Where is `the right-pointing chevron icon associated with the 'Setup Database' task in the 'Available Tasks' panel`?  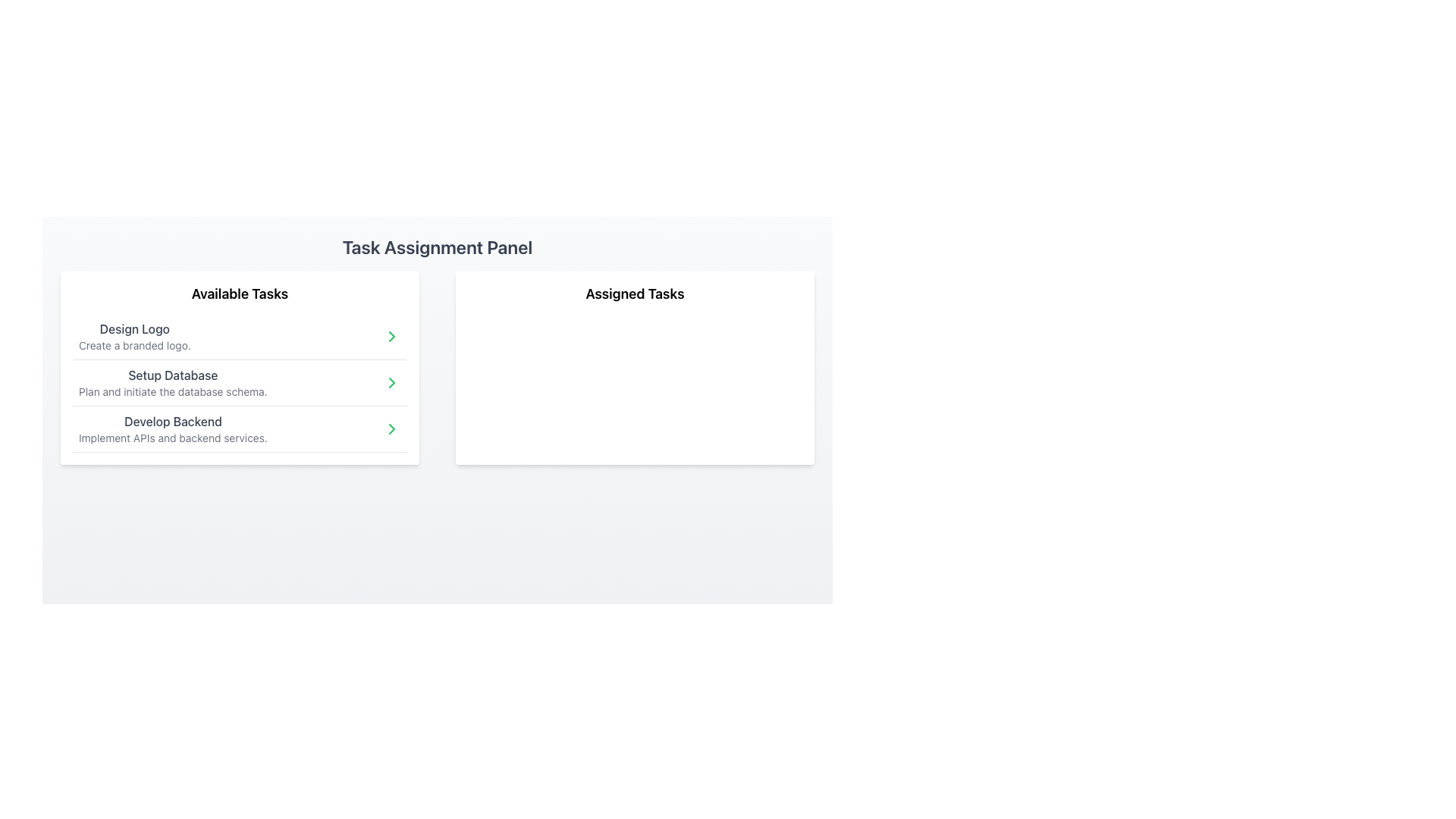 the right-pointing chevron icon associated with the 'Setup Database' task in the 'Available Tasks' panel is located at coordinates (392, 335).